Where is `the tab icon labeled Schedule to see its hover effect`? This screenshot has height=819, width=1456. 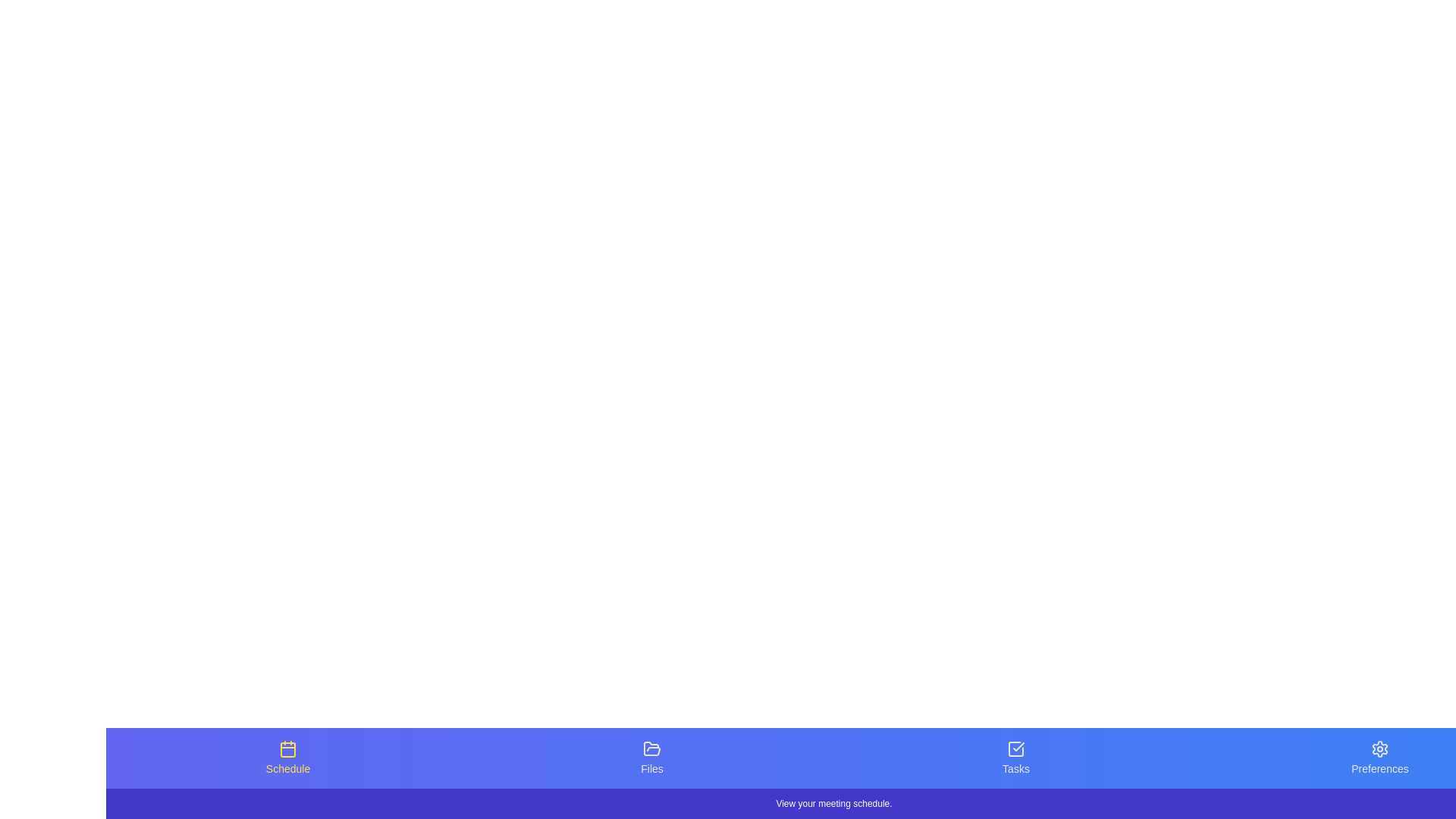 the tab icon labeled Schedule to see its hover effect is located at coordinates (287, 758).